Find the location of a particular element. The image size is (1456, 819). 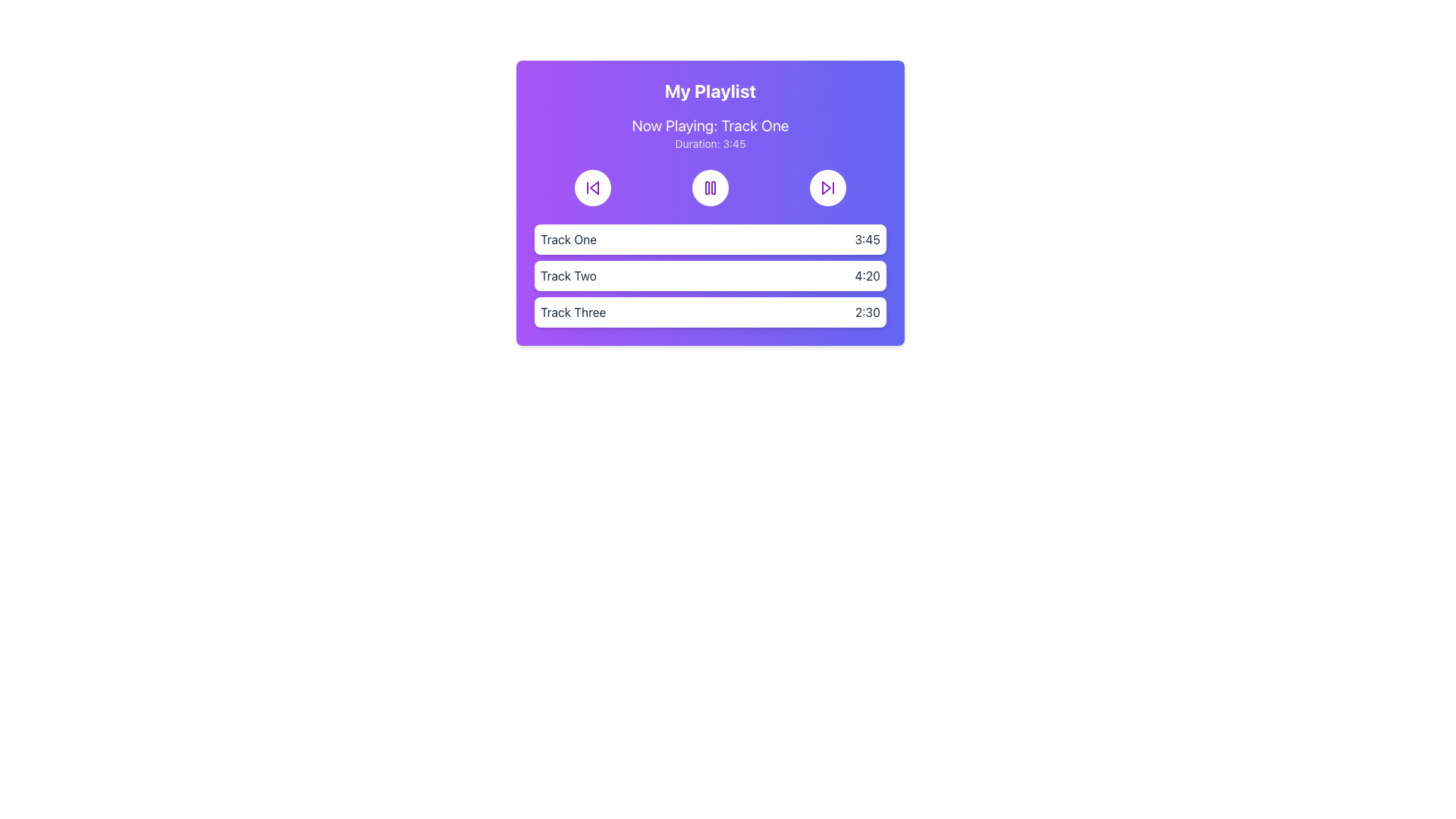

the List Item displaying 'Track Two' with a time of '4:20' is located at coordinates (709, 275).